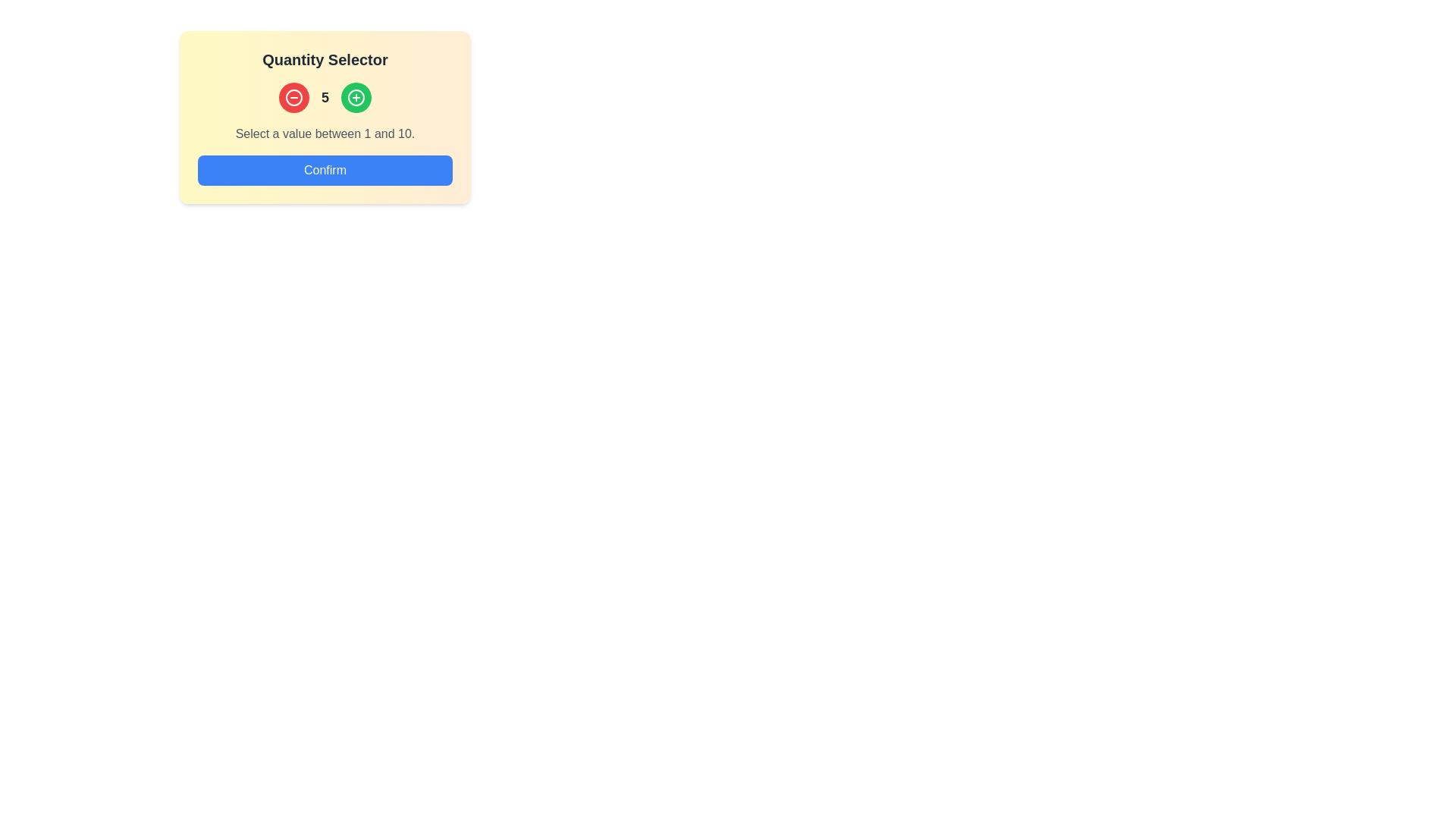  Describe the element at coordinates (356, 97) in the screenshot. I see `the presence of the increment button icon located at the rightmost part of the control panel, adjacent to the numerical display and the 'Confirm' button` at that location.